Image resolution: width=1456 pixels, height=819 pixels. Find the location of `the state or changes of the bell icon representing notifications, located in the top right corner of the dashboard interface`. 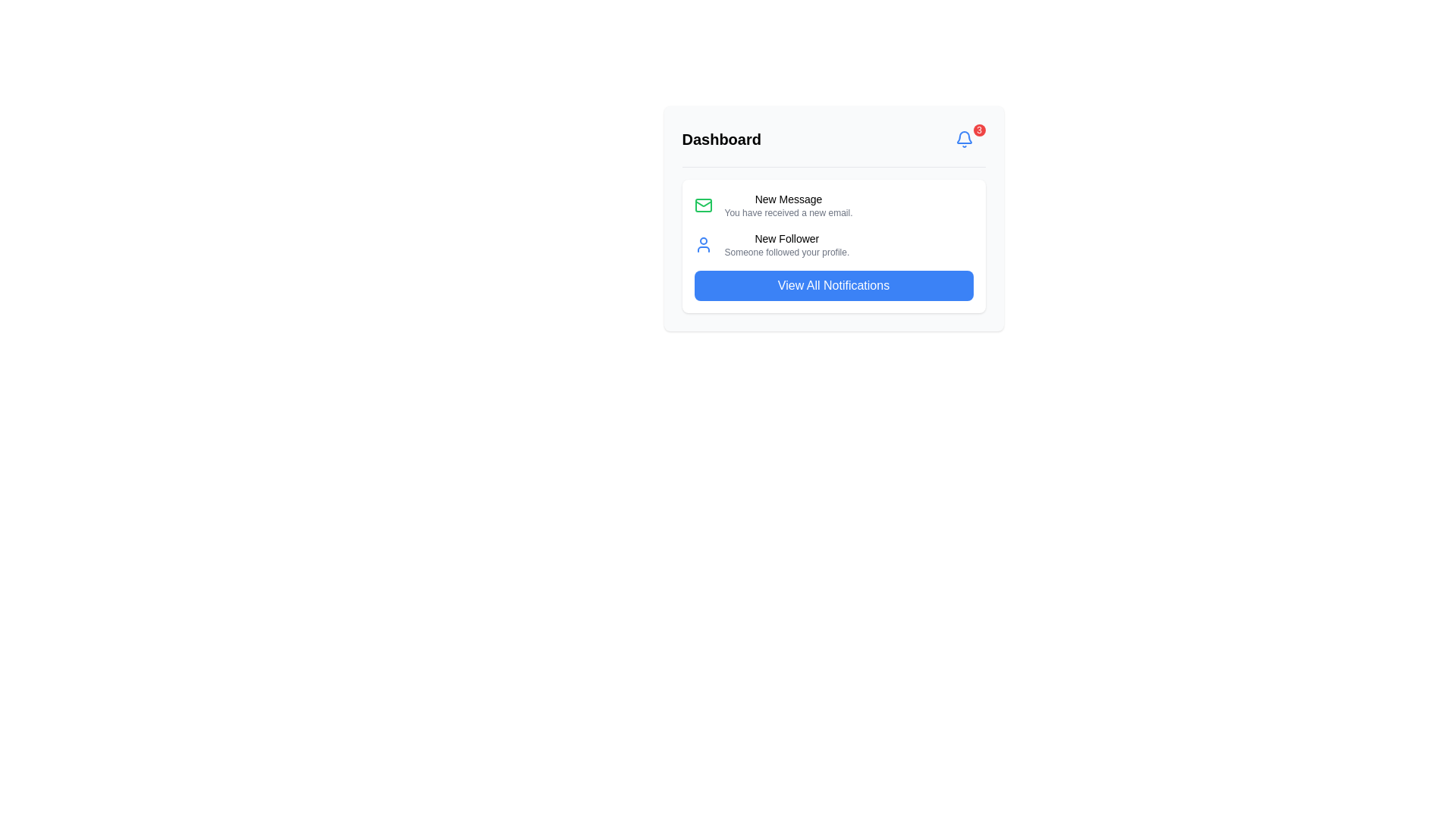

the state or changes of the bell icon representing notifications, located in the top right corner of the dashboard interface is located at coordinates (963, 137).